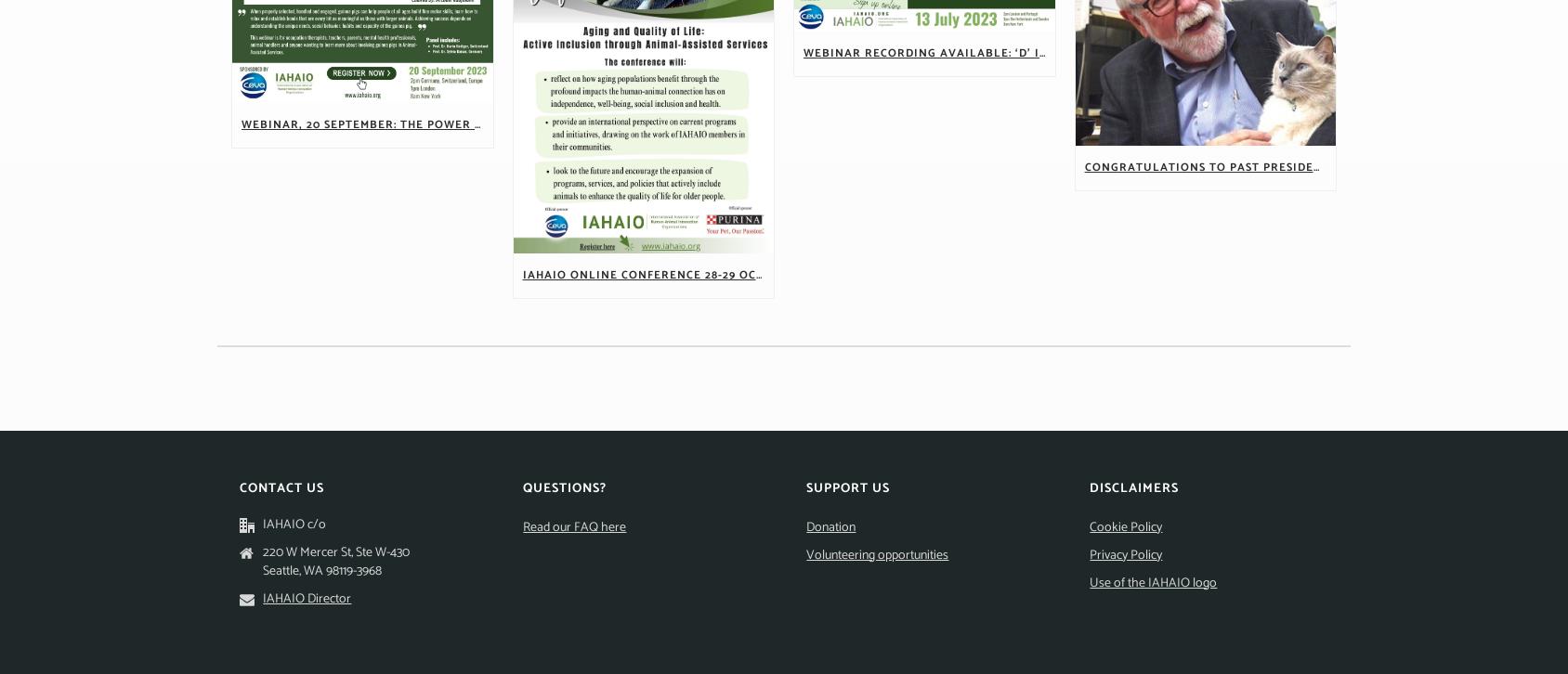 This screenshot has width=1568, height=674. What do you see at coordinates (322, 569) in the screenshot?
I see `'Seattle, WA 98119-3968'` at bounding box center [322, 569].